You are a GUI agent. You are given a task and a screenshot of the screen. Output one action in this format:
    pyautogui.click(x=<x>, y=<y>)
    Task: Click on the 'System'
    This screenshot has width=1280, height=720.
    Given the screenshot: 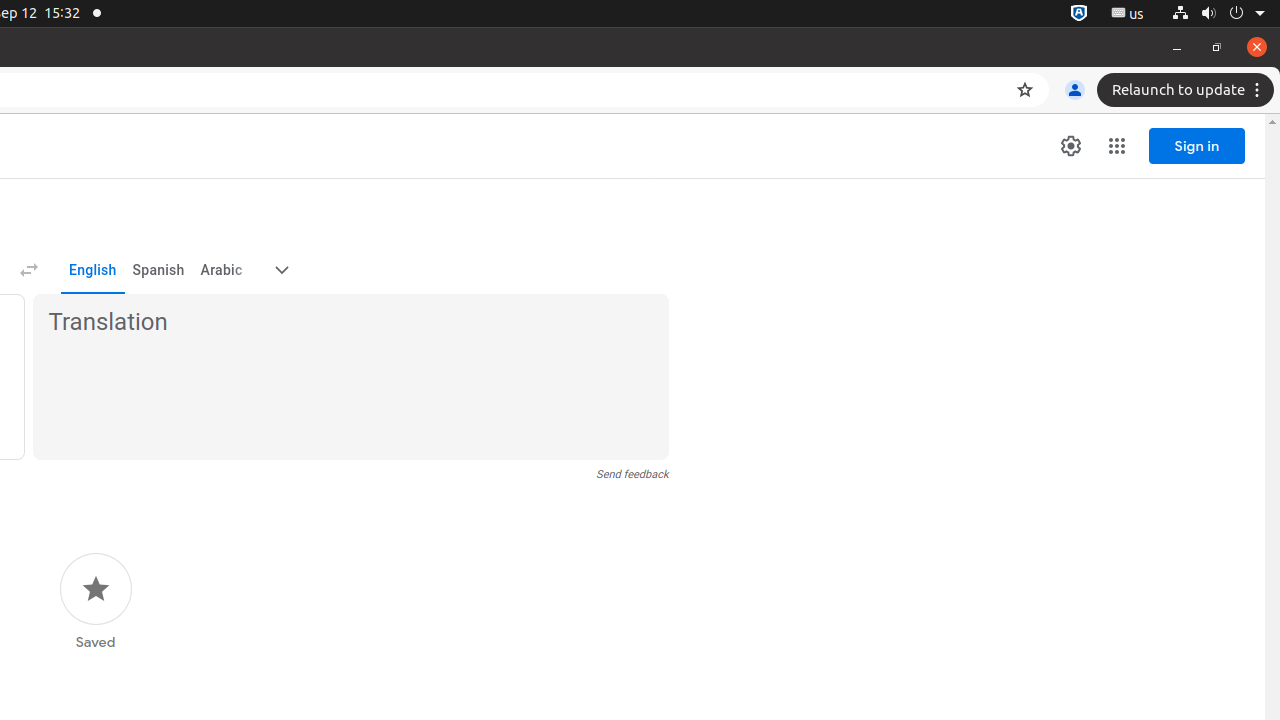 What is the action you would take?
    pyautogui.click(x=1217, y=13)
    